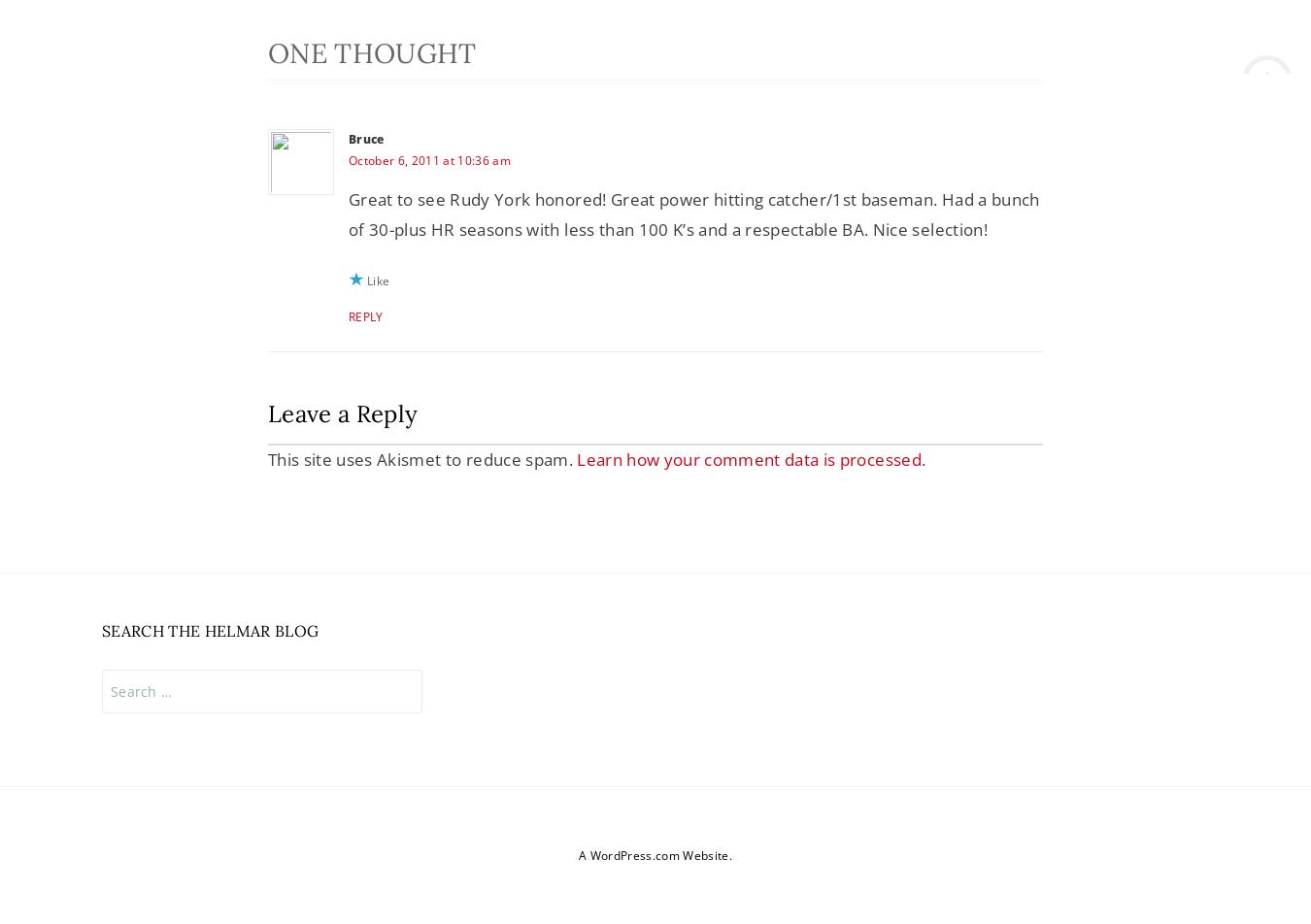 Image resolution: width=1311 pixels, height=924 pixels. Describe the element at coordinates (378, 280) in the screenshot. I see `'Like'` at that location.